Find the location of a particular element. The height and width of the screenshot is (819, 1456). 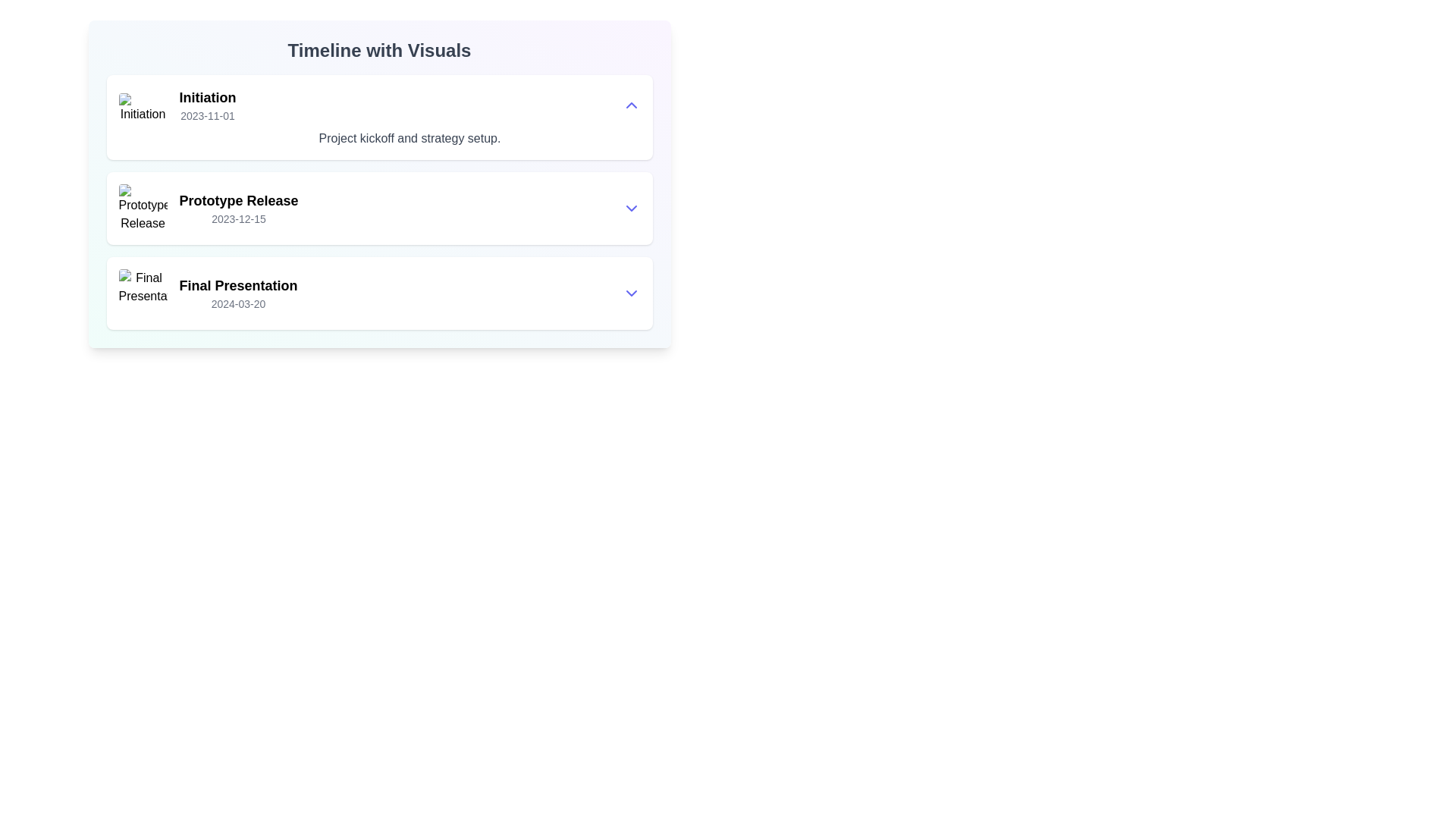

the Text Display element featuring bold black text 'Initiation' and smaller gray text '2023-11-01' in a vertical chronological timeline layout is located at coordinates (206, 104).